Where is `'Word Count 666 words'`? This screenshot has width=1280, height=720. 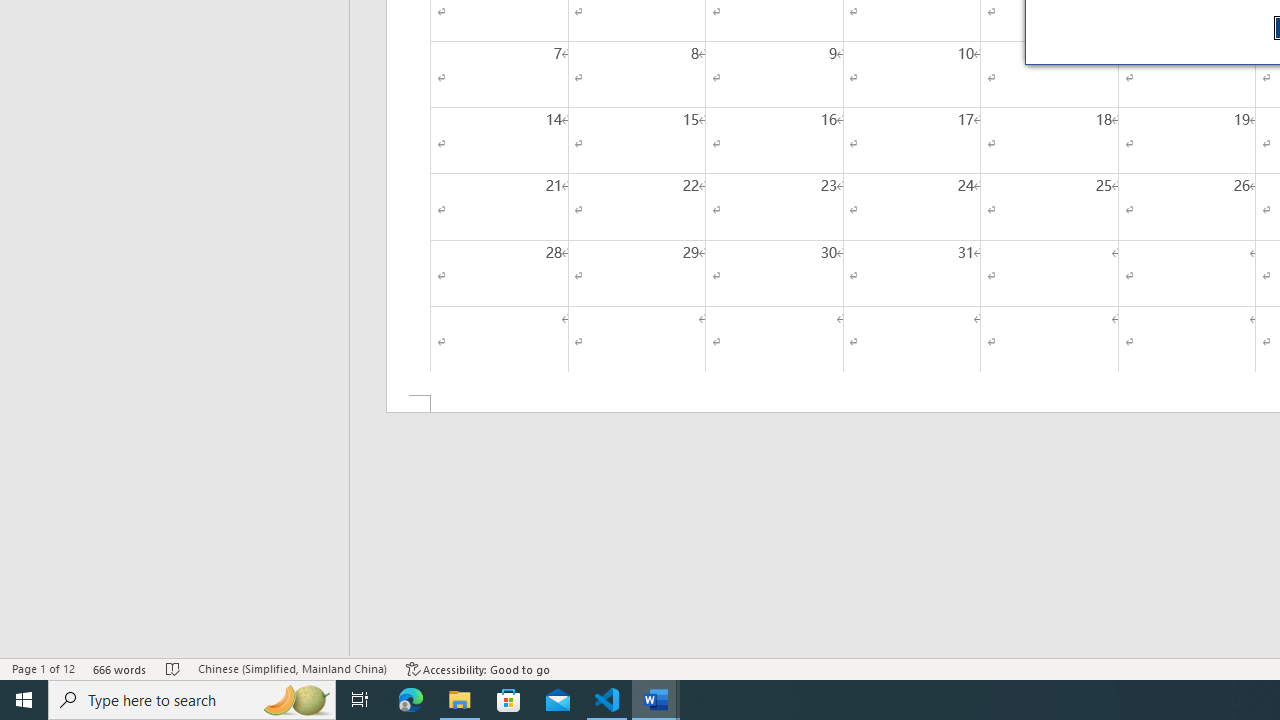 'Word Count 666 words' is located at coordinates (119, 669).